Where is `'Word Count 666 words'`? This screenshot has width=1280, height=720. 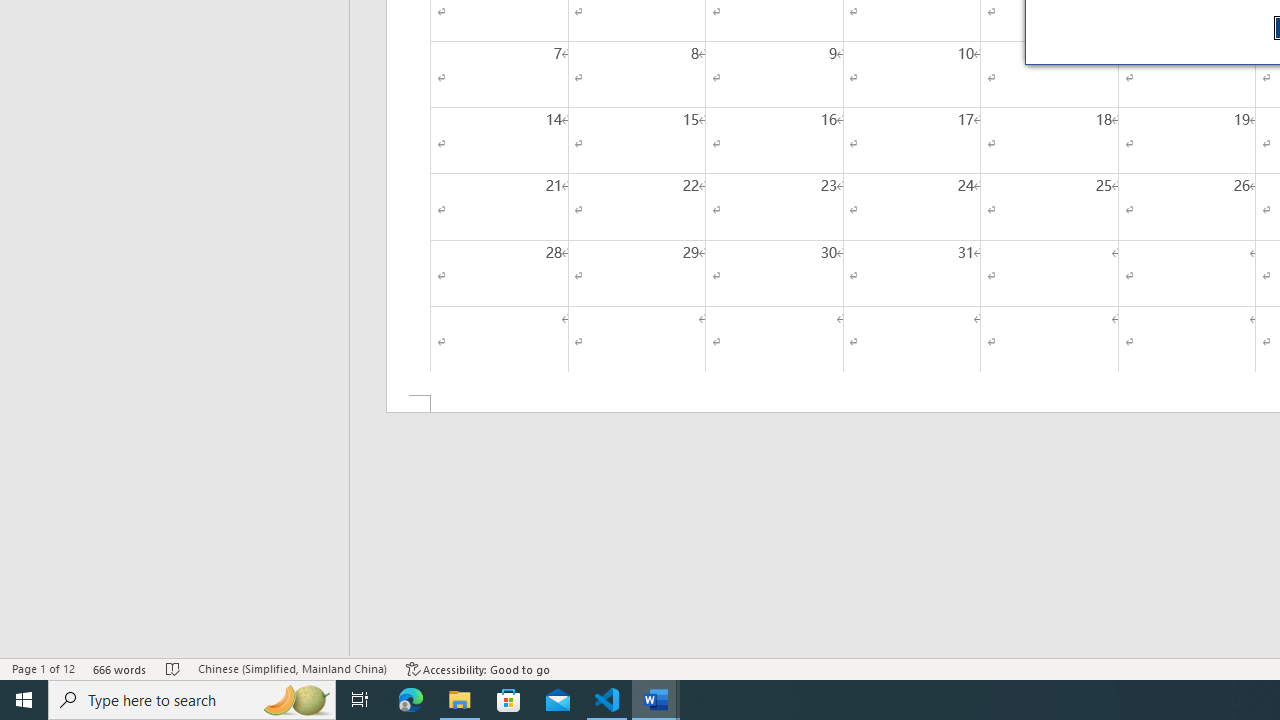 'Word Count 666 words' is located at coordinates (119, 669).